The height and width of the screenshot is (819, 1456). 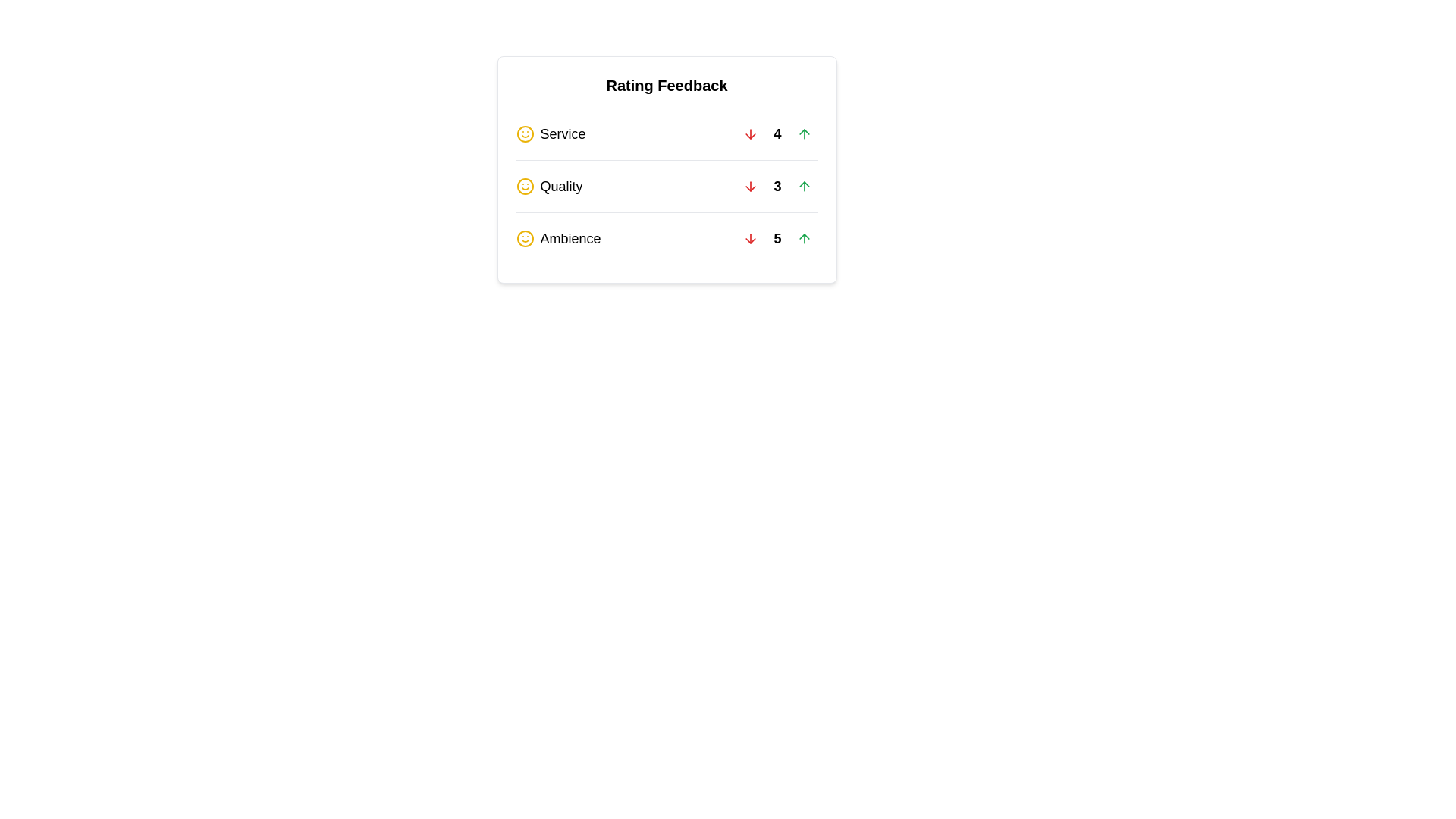 I want to click on smile icon in the first row of the 'Rating Feedback' section, which displays the rating for the 'Service' aspect, so click(x=667, y=133).